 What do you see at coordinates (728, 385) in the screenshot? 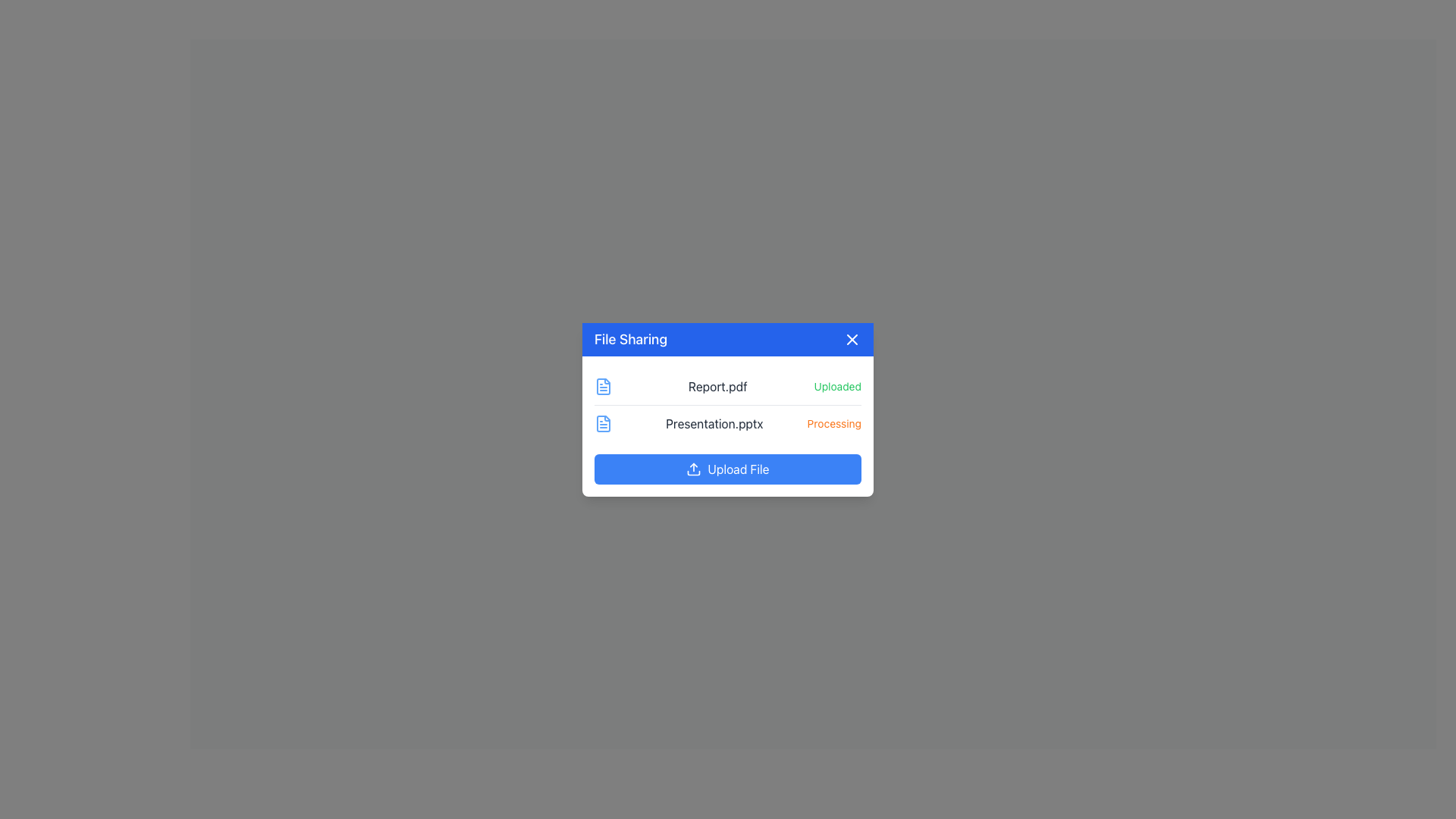
I see `file name 'Report.pdf' and its upload status from the first row of the informational list, which is located below the title 'File Sharing'` at bounding box center [728, 385].